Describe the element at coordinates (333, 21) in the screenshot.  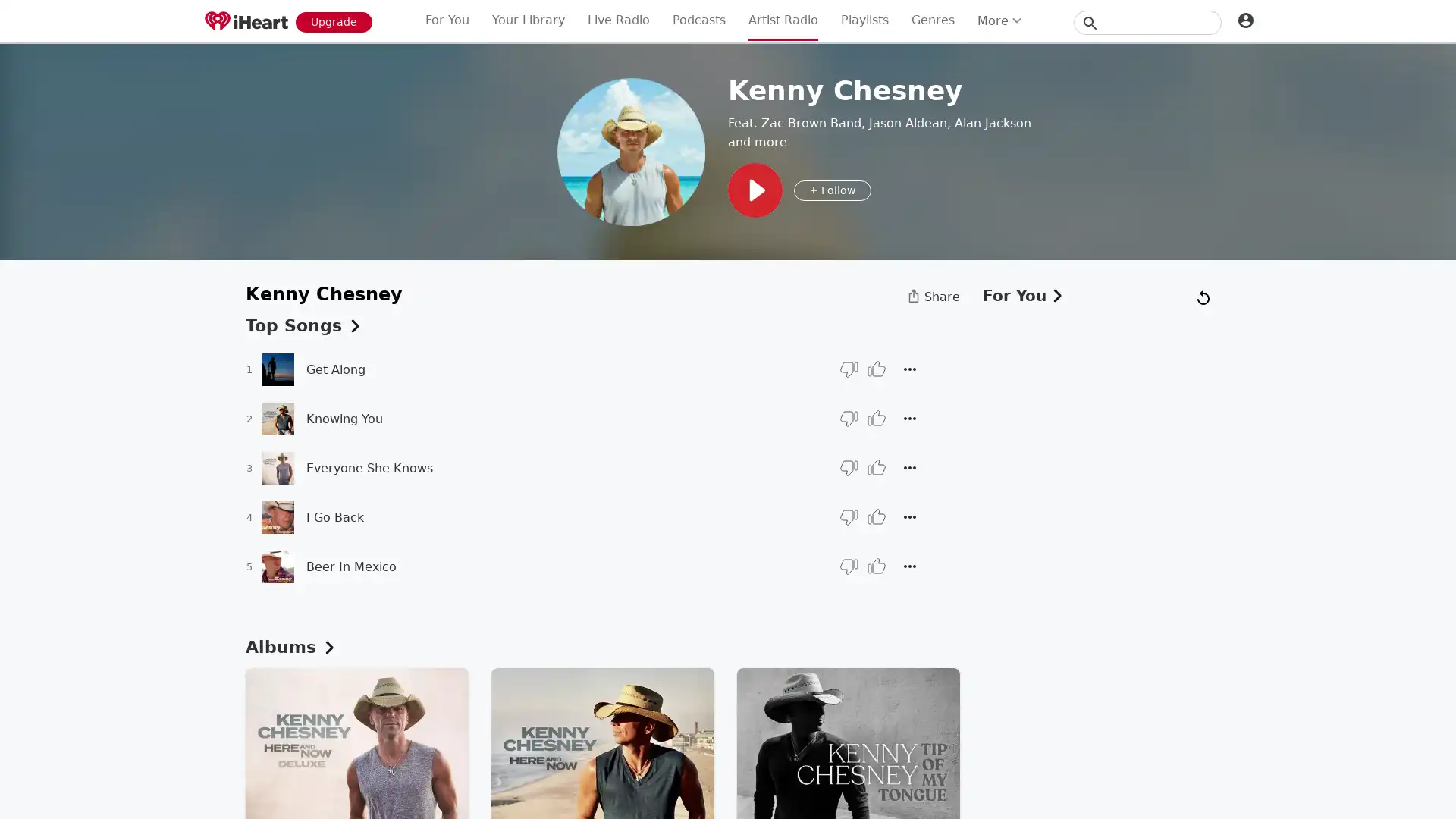
I see `Upgrade Now` at that location.